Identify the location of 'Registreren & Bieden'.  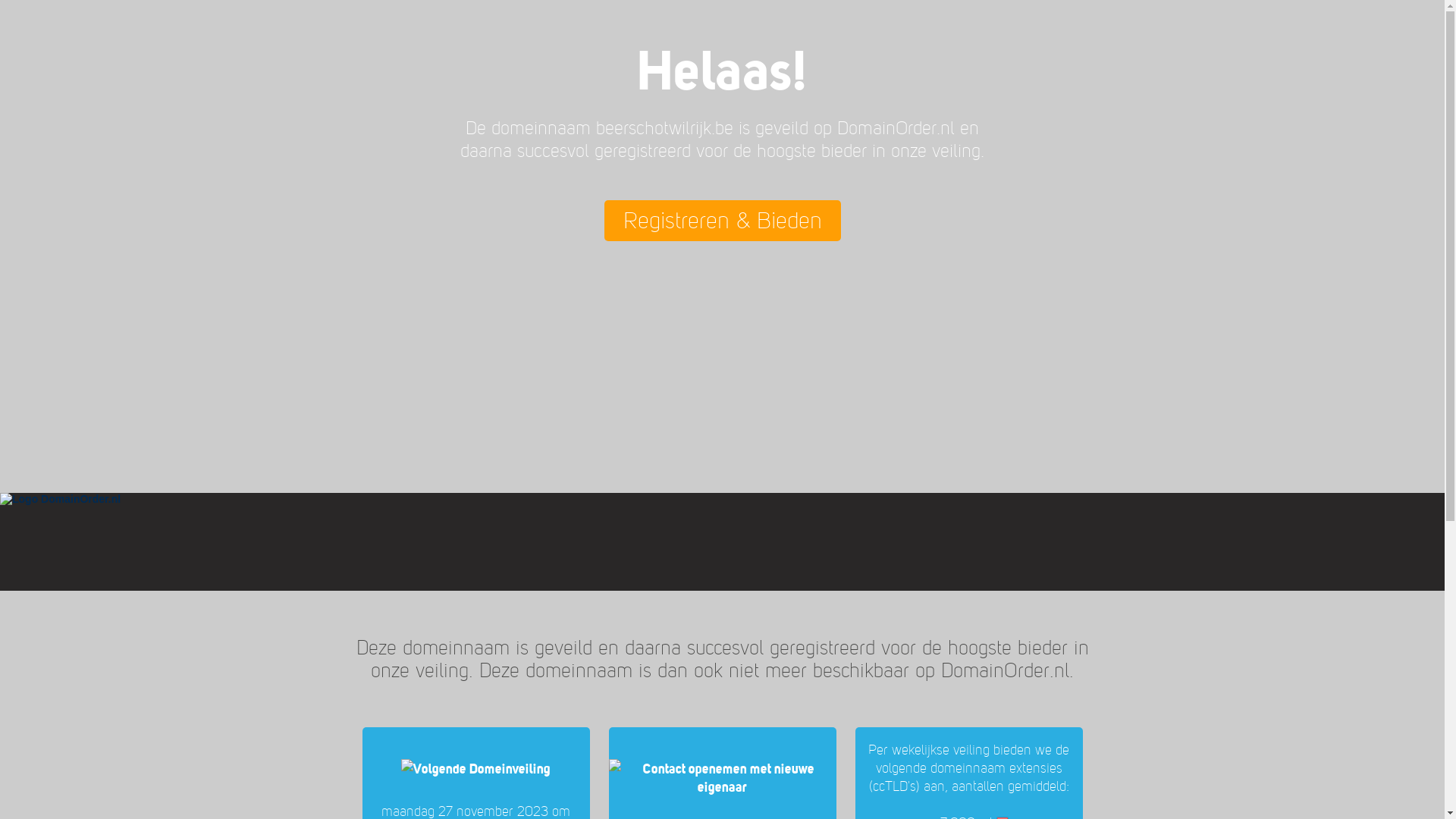
(720, 220).